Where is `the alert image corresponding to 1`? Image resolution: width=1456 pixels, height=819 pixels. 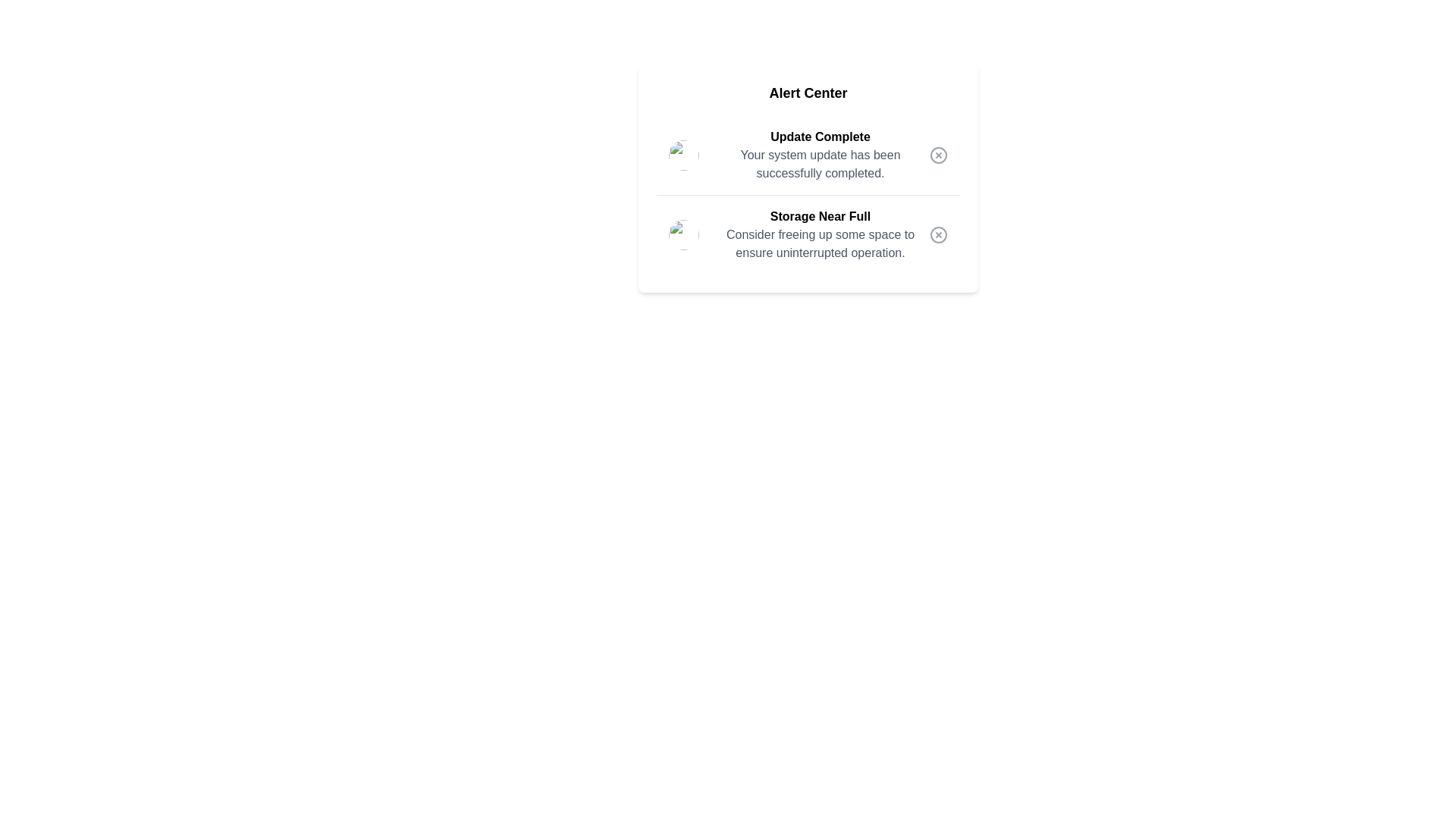 the alert image corresponding to 1 is located at coordinates (683, 155).